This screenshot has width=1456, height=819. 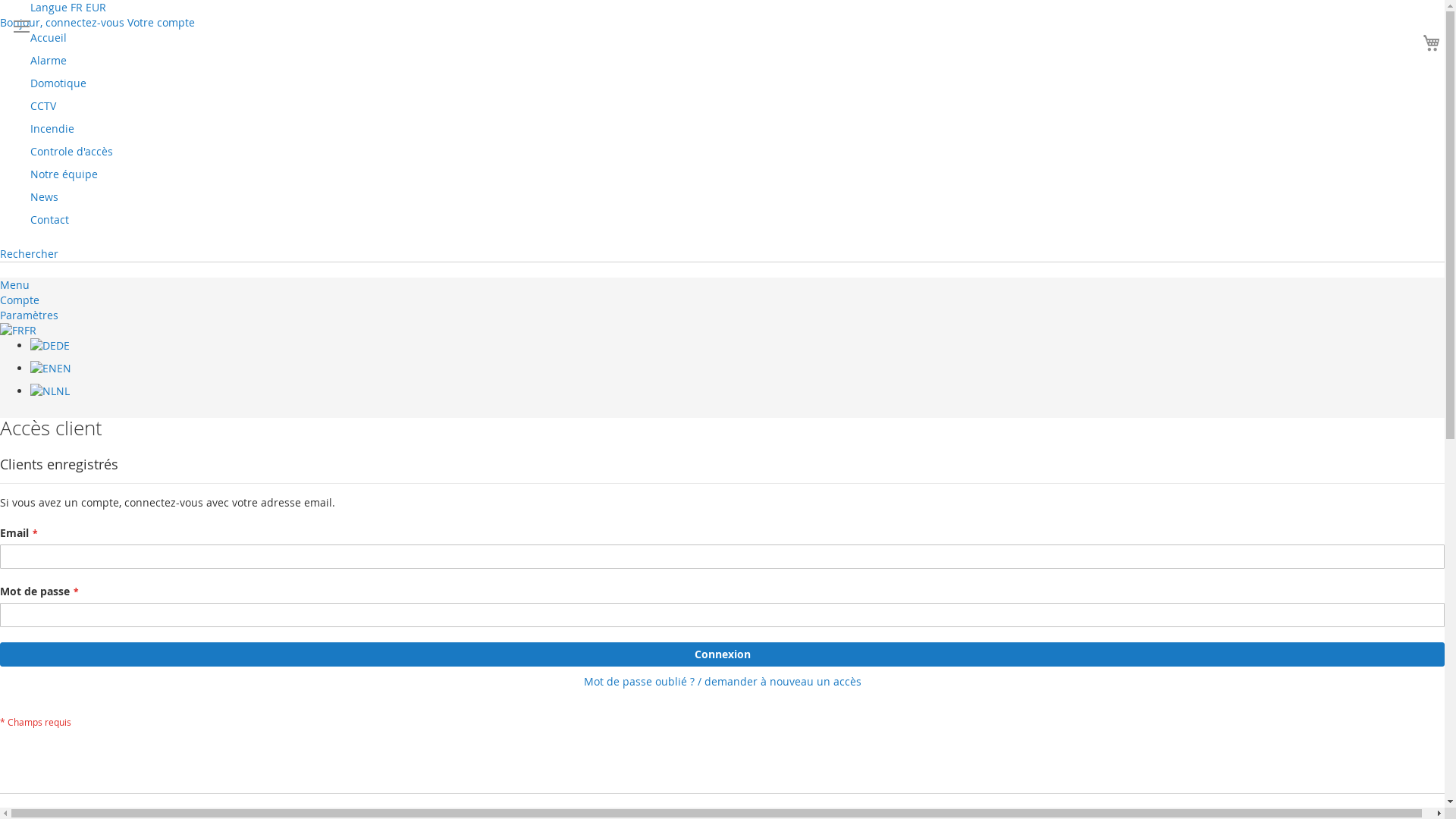 I want to click on 'Incendie', so click(x=52, y=127).